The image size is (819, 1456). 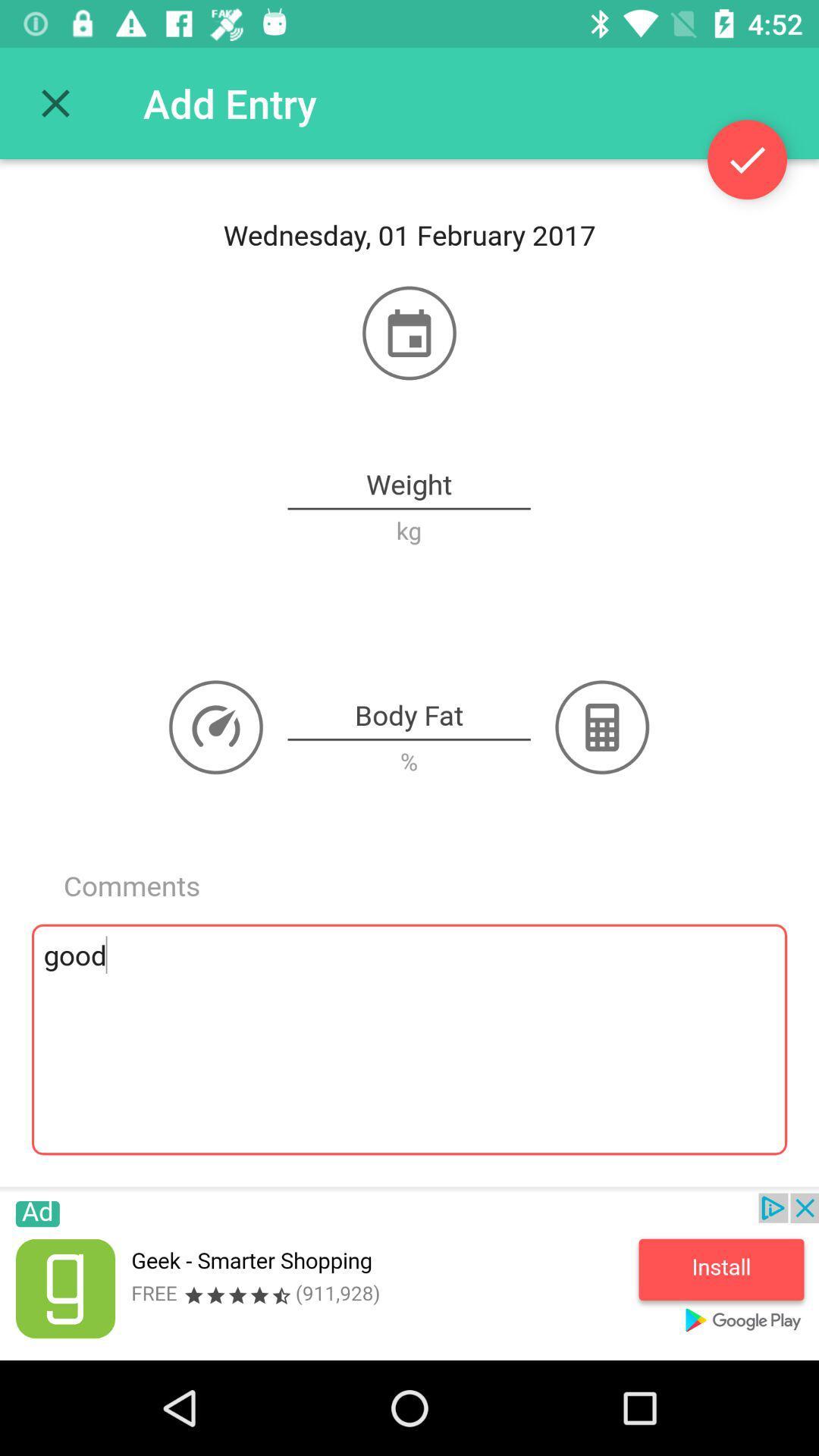 What do you see at coordinates (746, 159) in the screenshot?
I see `seleced` at bounding box center [746, 159].